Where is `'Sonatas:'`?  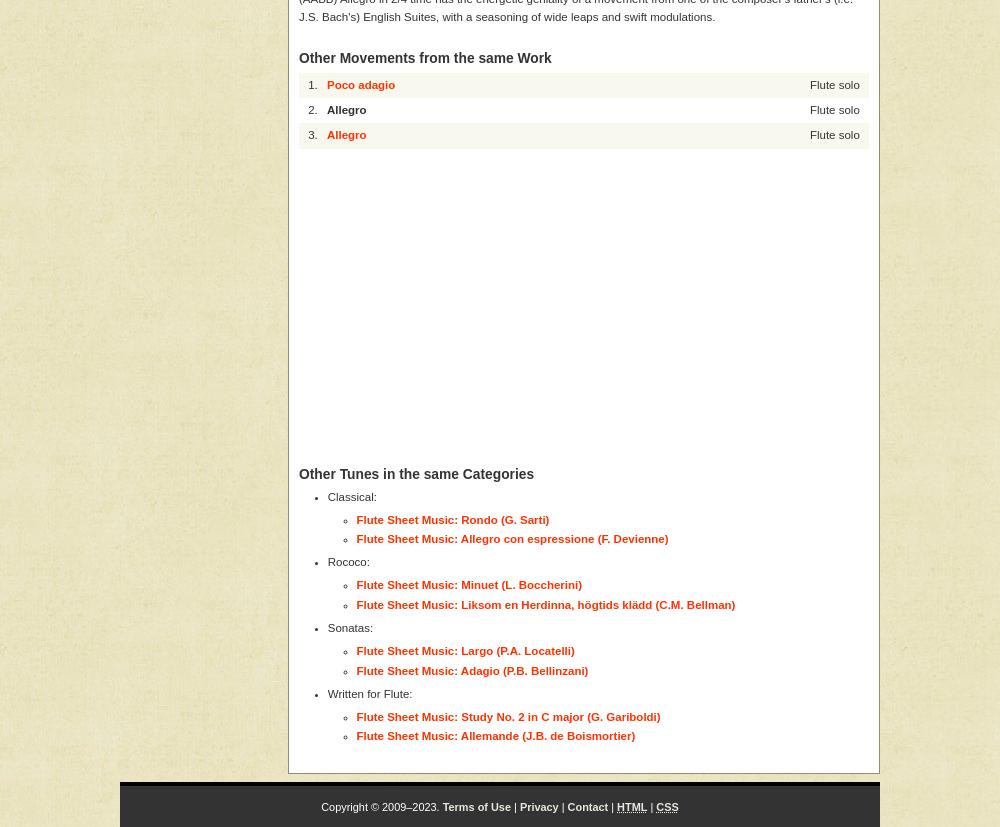 'Sonatas:' is located at coordinates (349, 627).